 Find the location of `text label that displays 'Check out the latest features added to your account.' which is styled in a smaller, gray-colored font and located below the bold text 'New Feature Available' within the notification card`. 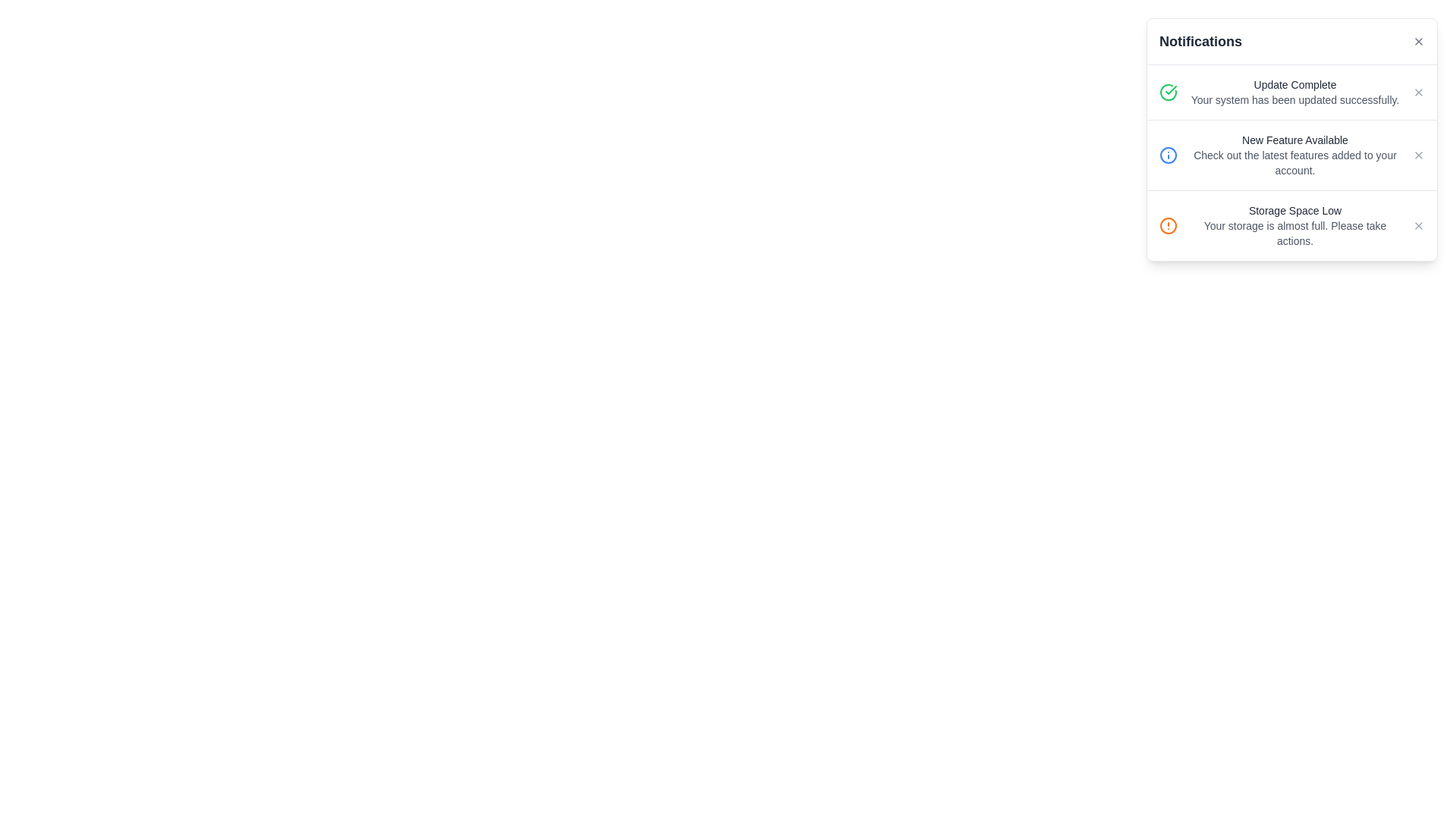

text label that displays 'Check out the latest features added to your account.' which is styled in a smaller, gray-colored font and located below the bold text 'New Feature Available' within the notification card is located at coordinates (1294, 163).